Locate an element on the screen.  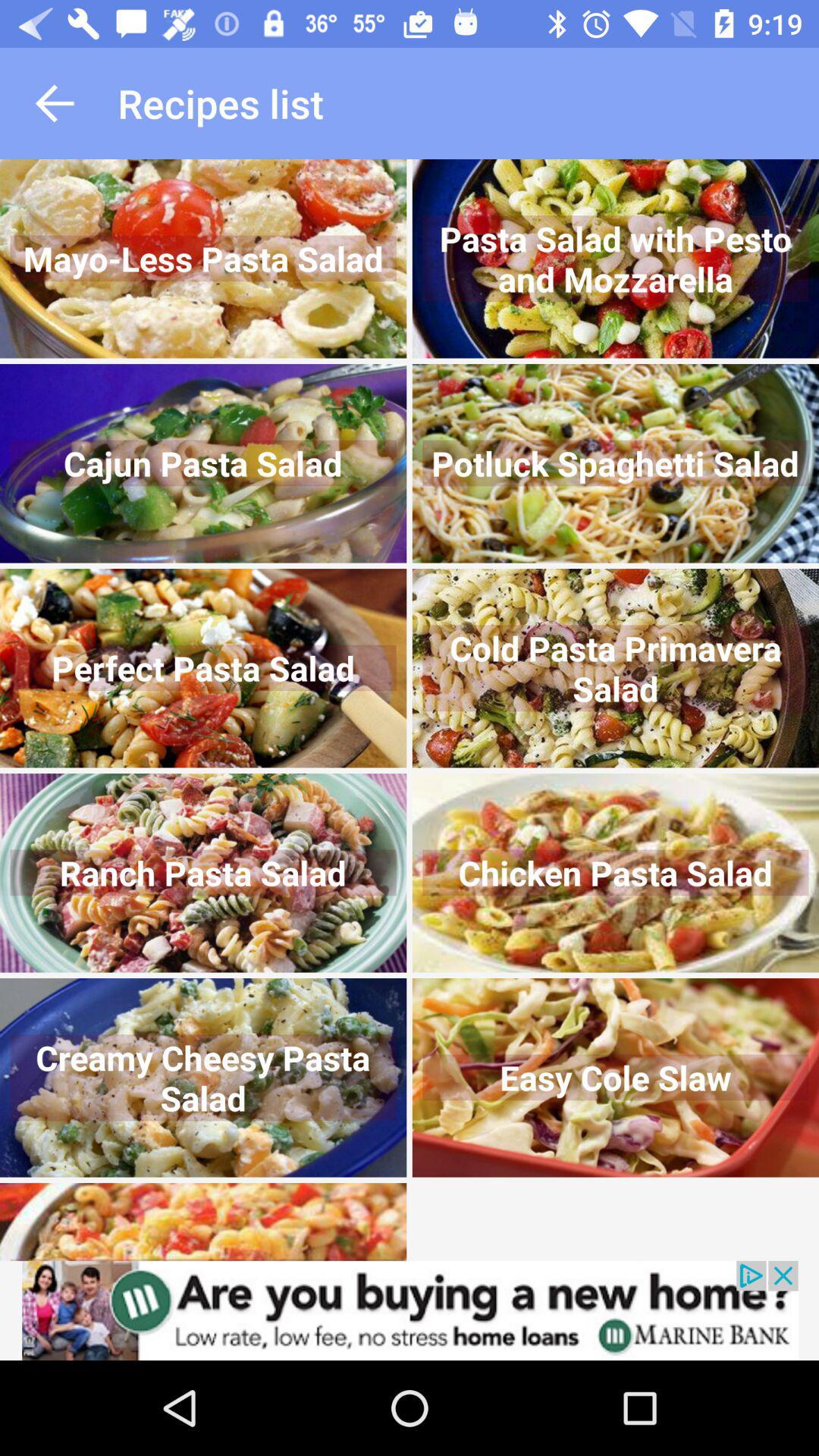
the image second column right side is located at coordinates (616, 463).